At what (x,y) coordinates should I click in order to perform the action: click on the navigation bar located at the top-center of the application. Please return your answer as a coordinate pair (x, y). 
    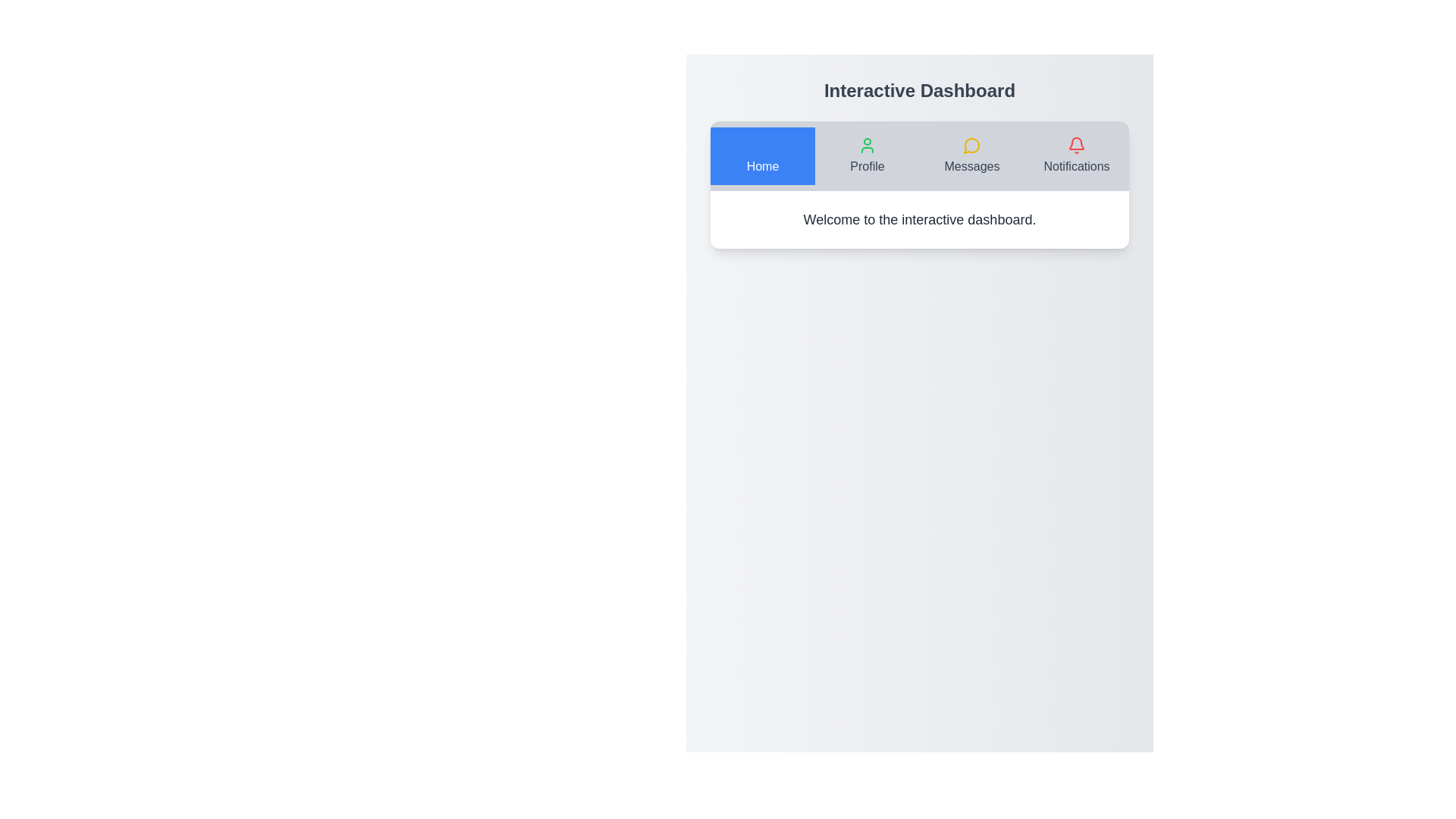
    Looking at the image, I should click on (919, 155).